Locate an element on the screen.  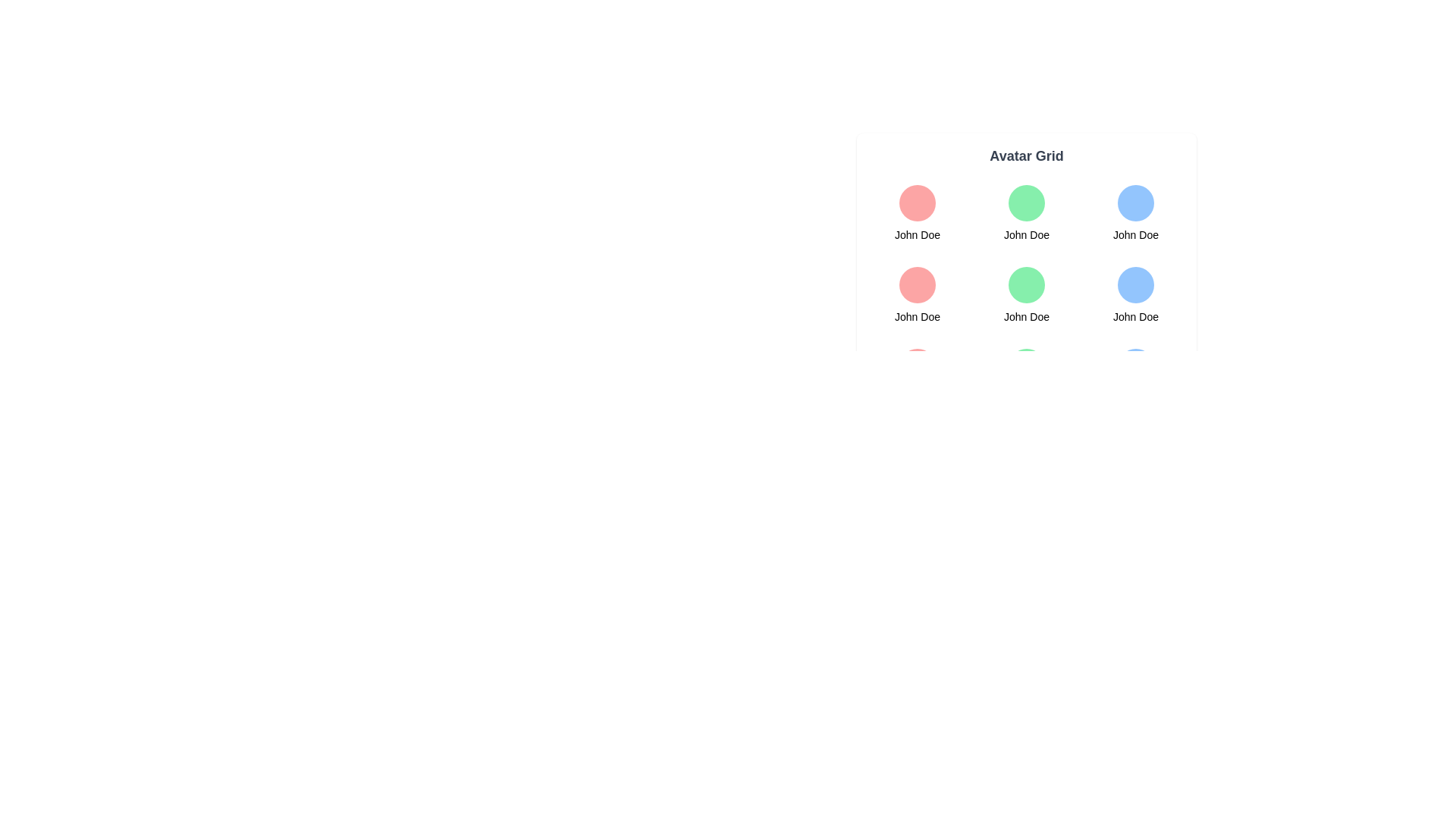
the user represented is located at coordinates (1026, 376).